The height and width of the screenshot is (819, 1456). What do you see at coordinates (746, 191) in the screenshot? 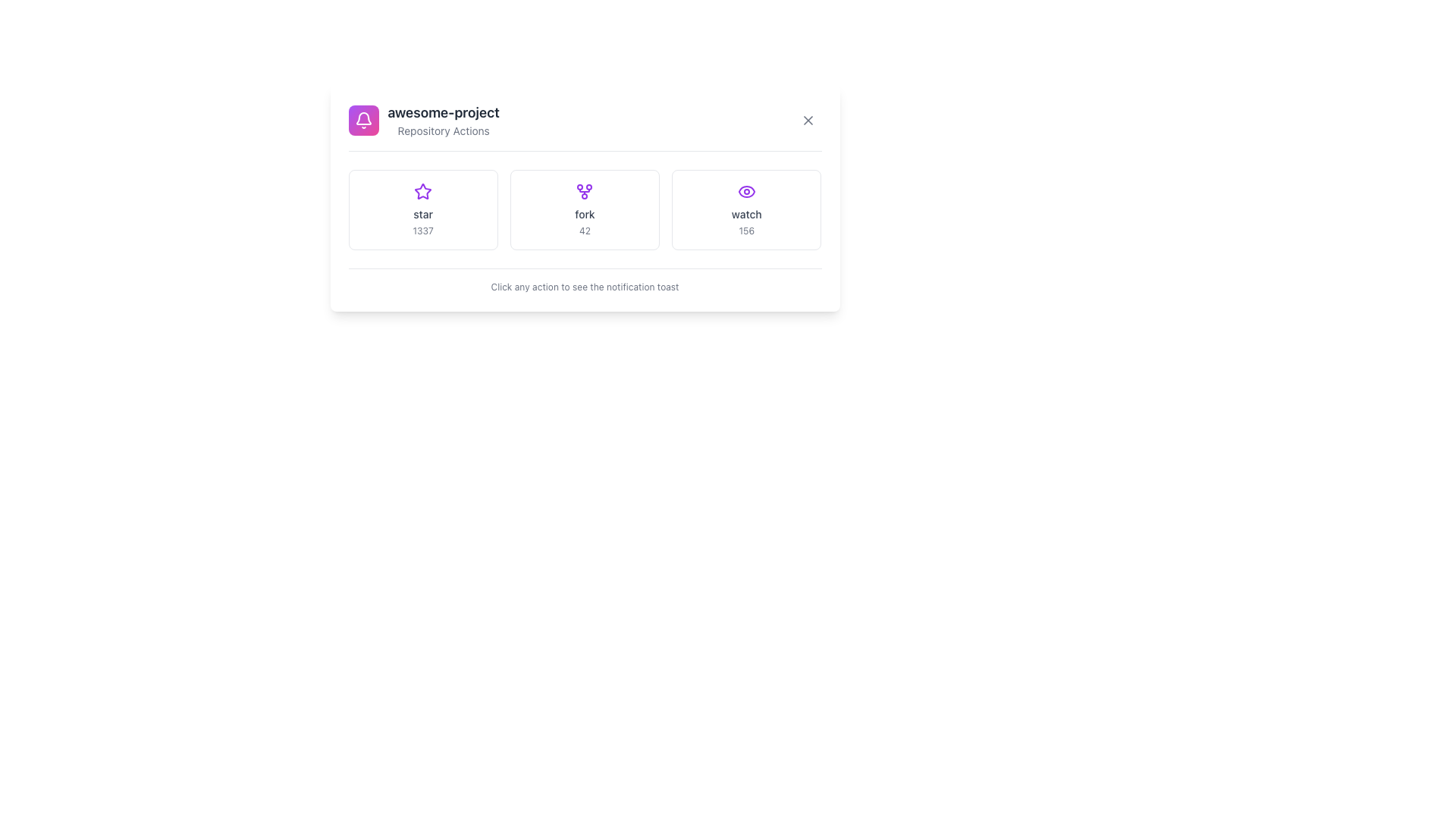
I see `the eye-shaped icon with a purple hue located in the watch-related section, positioned above the 'watch' label and next to the numeric counter '156'` at bounding box center [746, 191].